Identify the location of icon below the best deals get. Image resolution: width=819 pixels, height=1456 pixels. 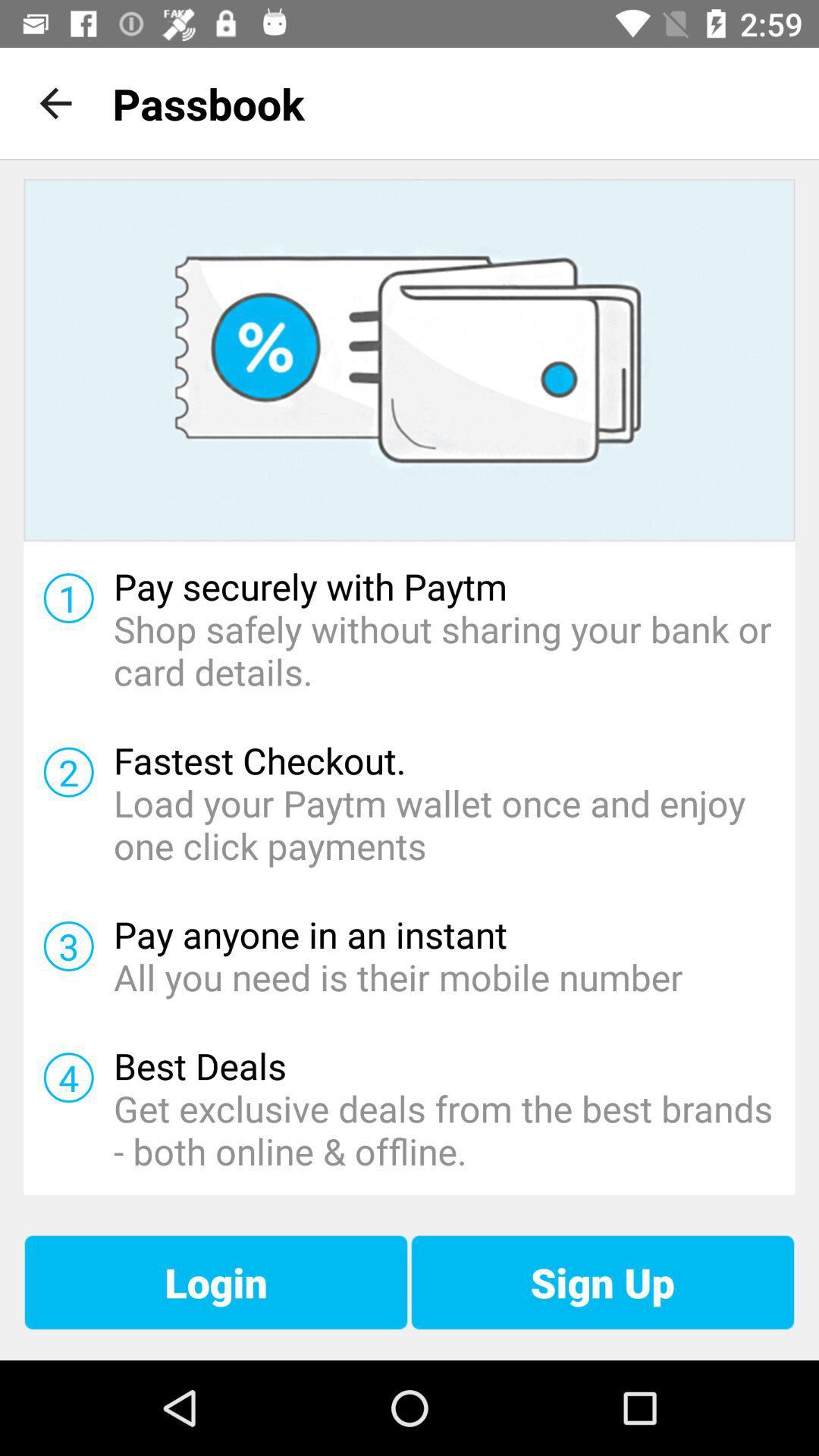
(601, 1282).